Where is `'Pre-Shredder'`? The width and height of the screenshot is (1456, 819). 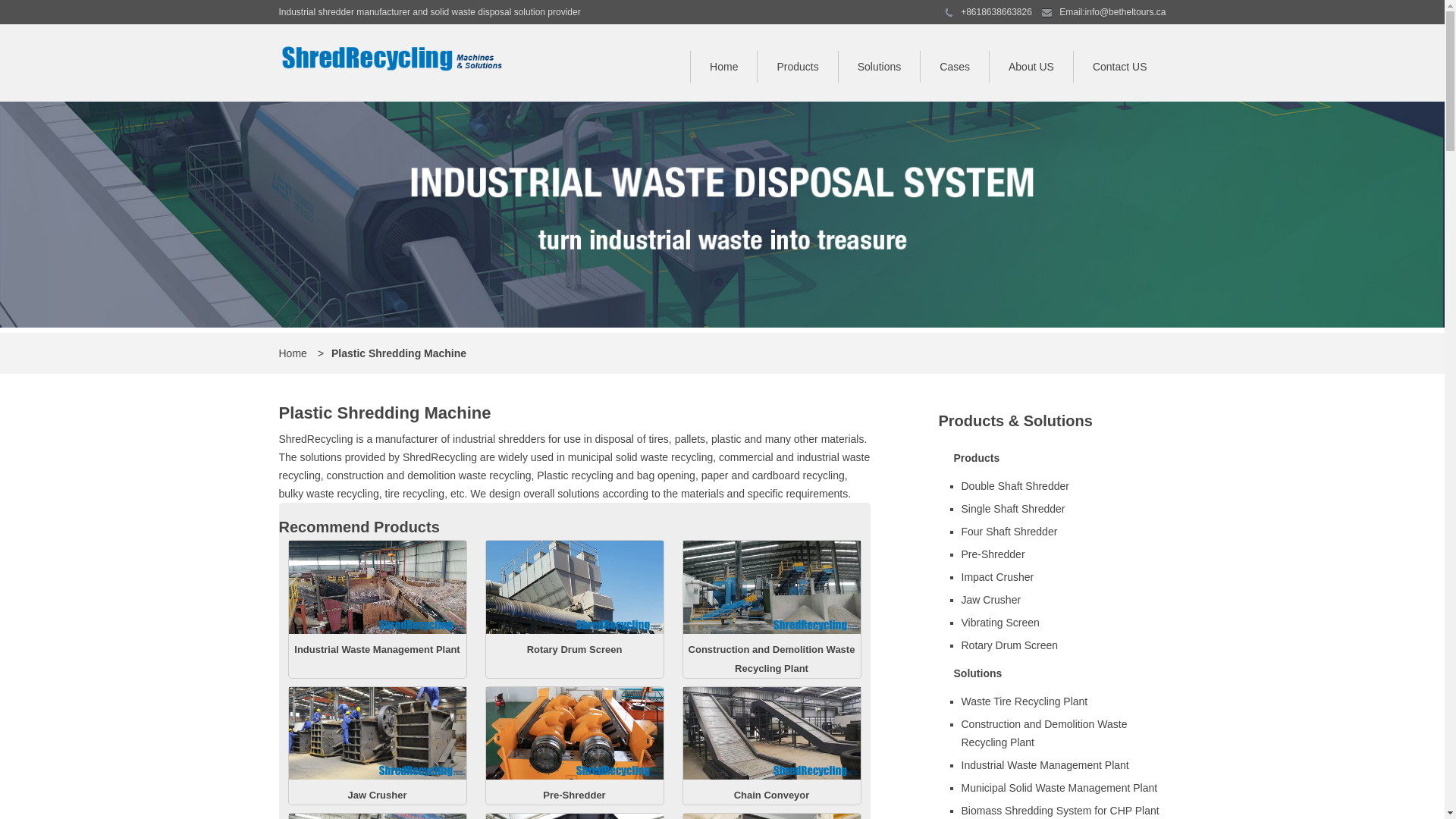 'Pre-Shredder' is located at coordinates (573, 794).